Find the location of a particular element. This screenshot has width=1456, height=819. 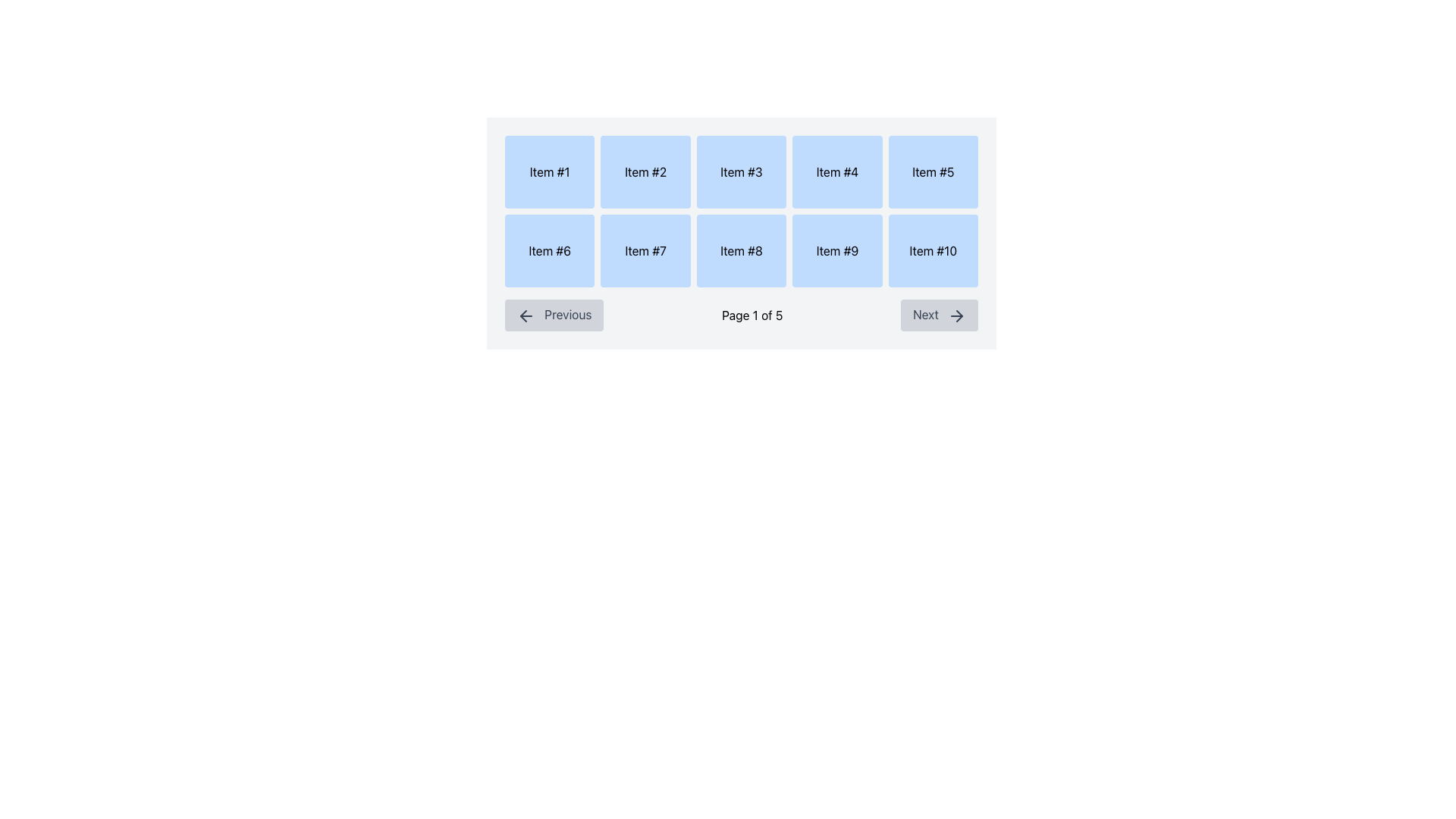

the rectangular box with a light blue background containing the text 'Item #5' in black font, located in the first row, fifth column of the grid layout is located at coordinates (932, 171).